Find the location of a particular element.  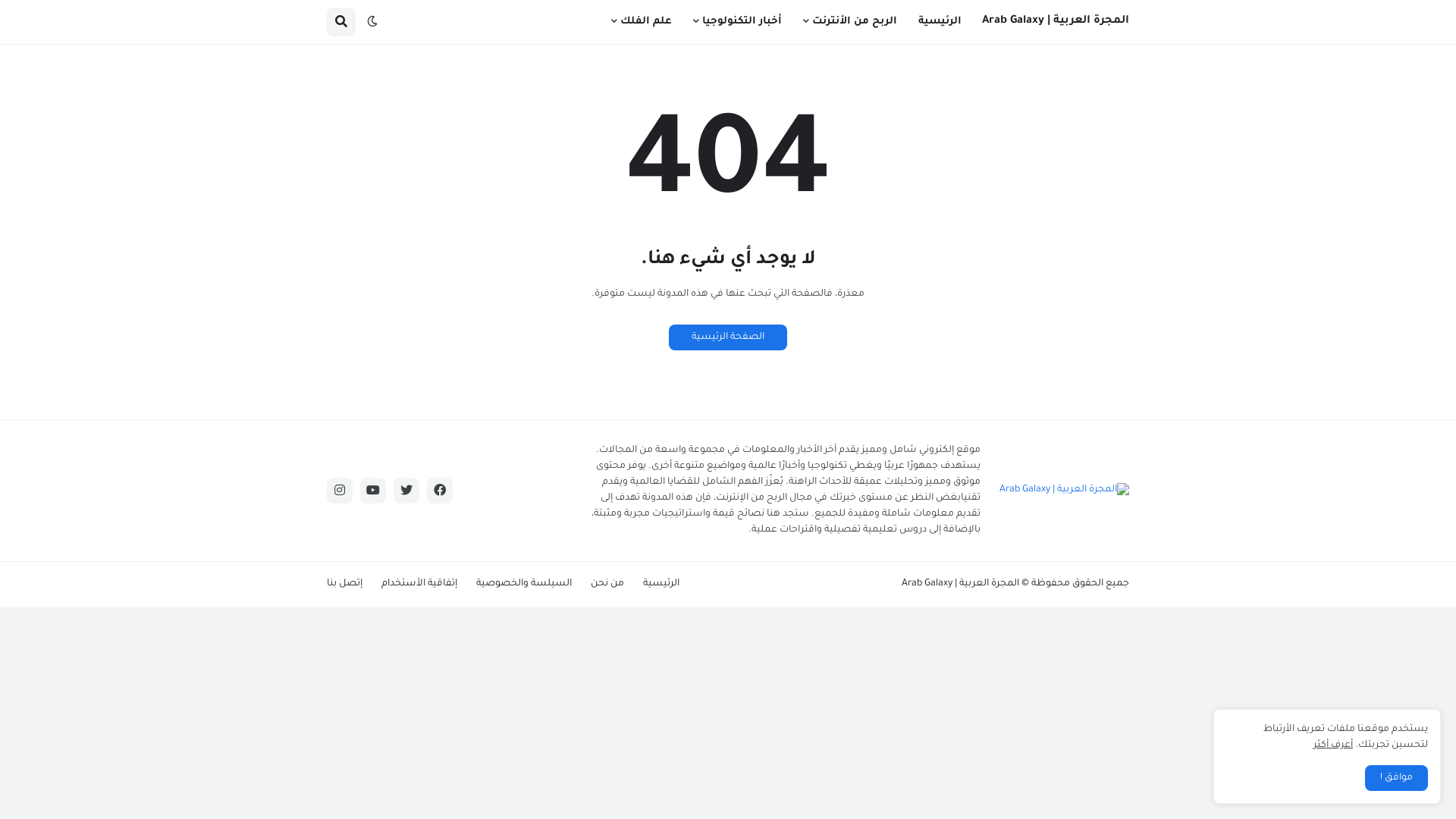

'facebook' is located at coordinates (439, 491).